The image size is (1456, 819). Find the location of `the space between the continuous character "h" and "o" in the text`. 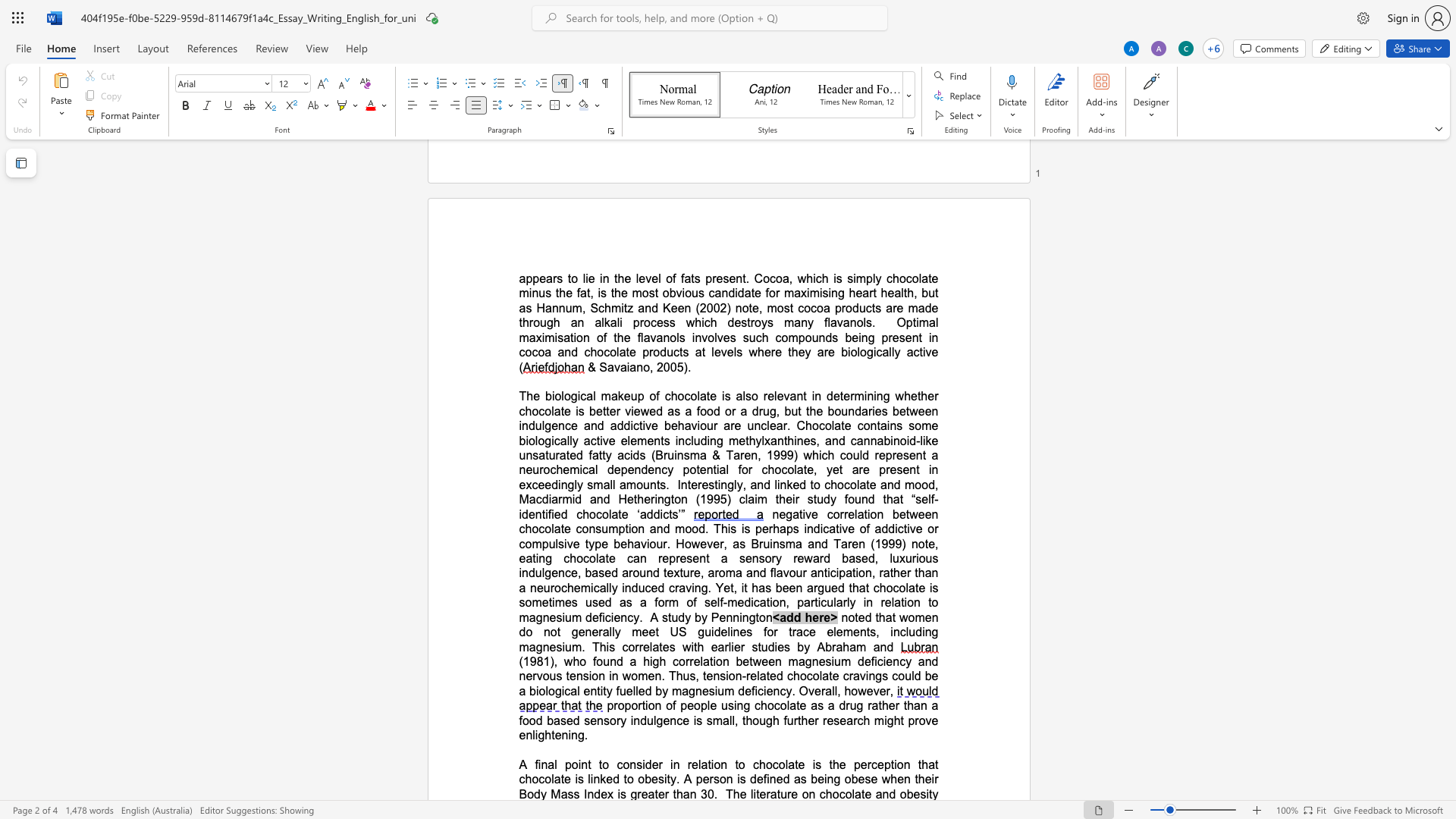

the space between the continuous character "h" and "o" in the text is located at coordinates (836, 485).